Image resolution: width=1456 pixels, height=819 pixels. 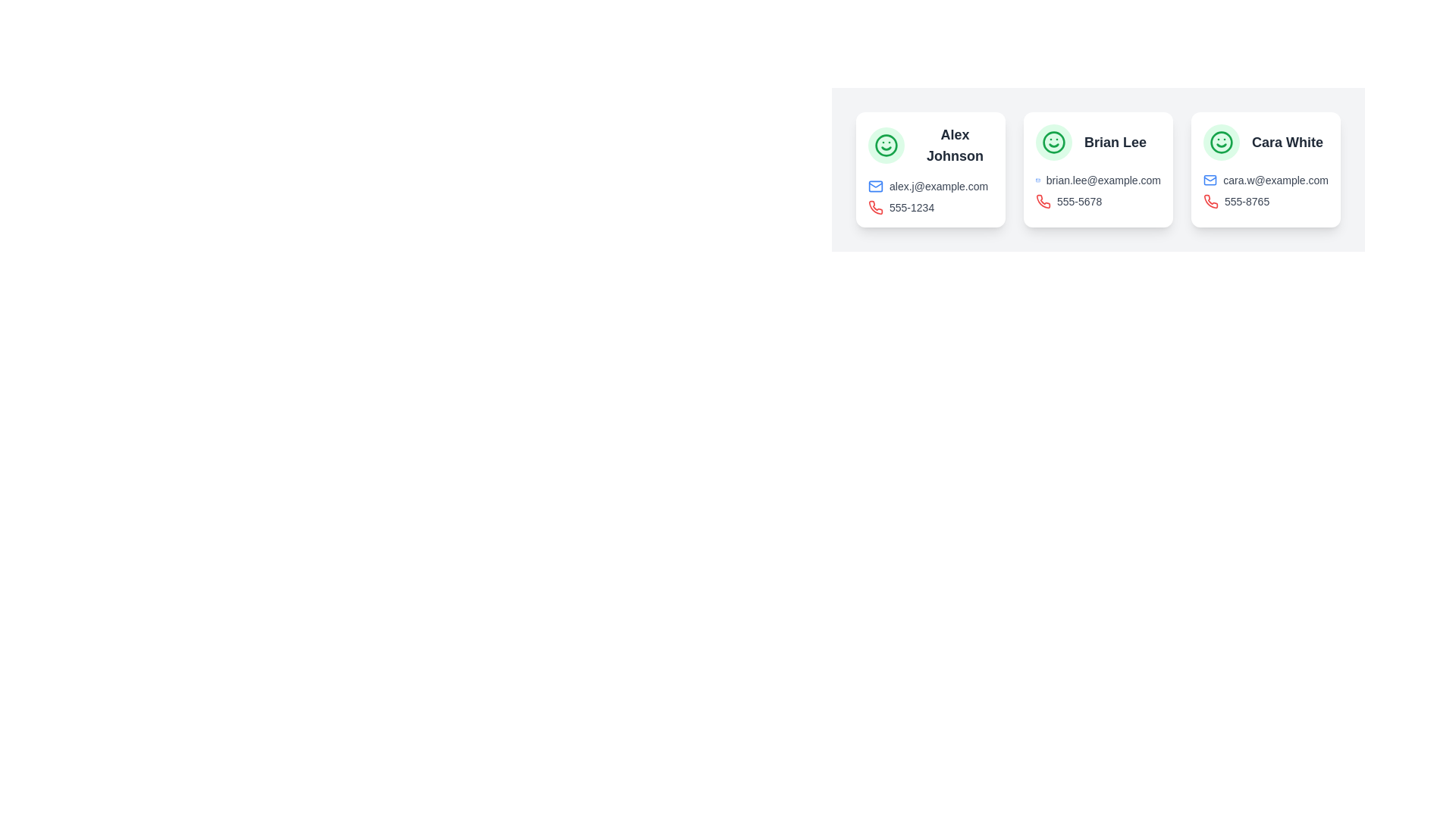 I want to click on the text label displaying 'Alex Johnson', which is centrally aligned within the first card of a horizontally arranged group of three cards, so click(x=954, y=146).